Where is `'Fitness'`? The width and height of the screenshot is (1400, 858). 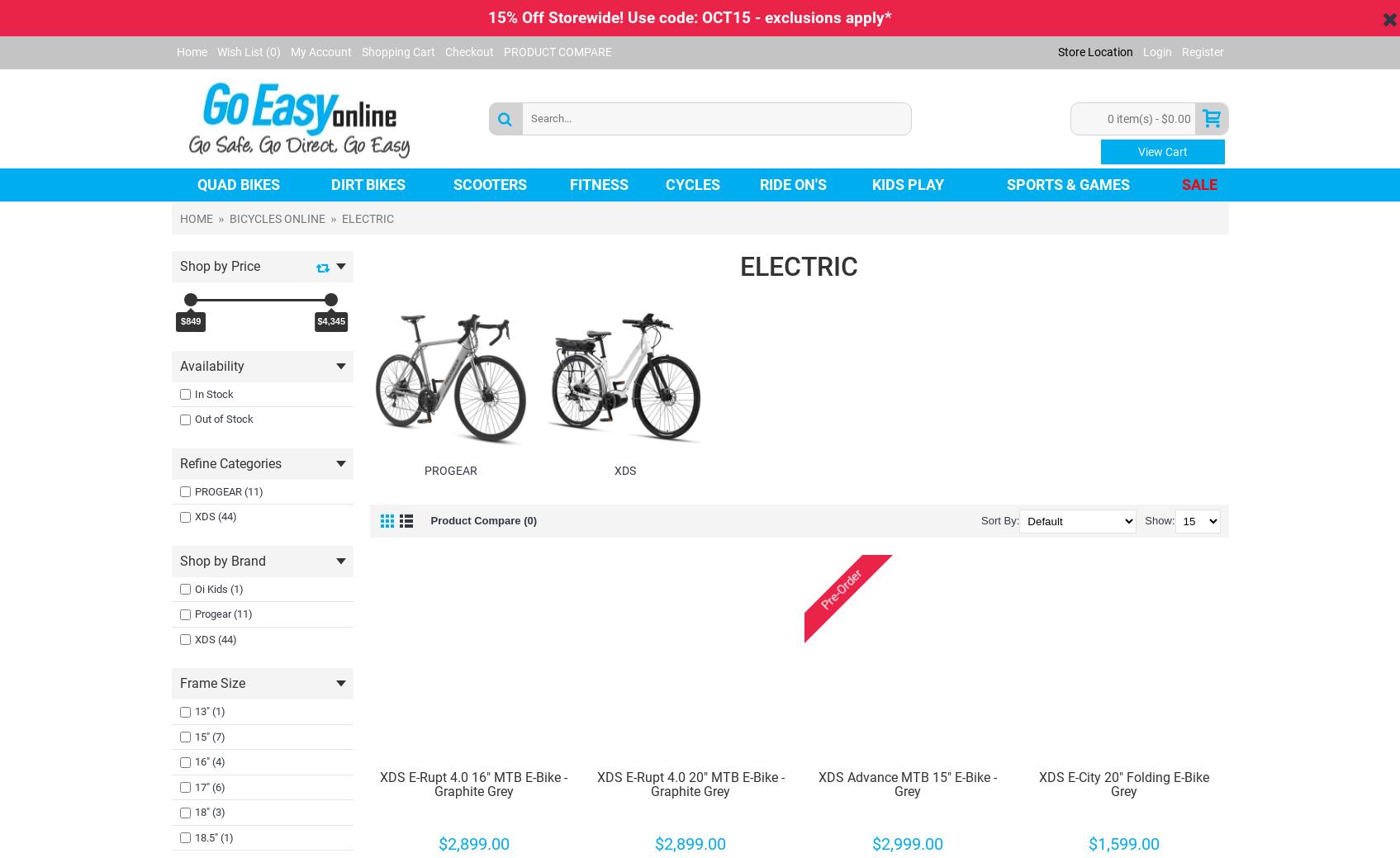 'Fitness' is located at coordinates (570, 183).